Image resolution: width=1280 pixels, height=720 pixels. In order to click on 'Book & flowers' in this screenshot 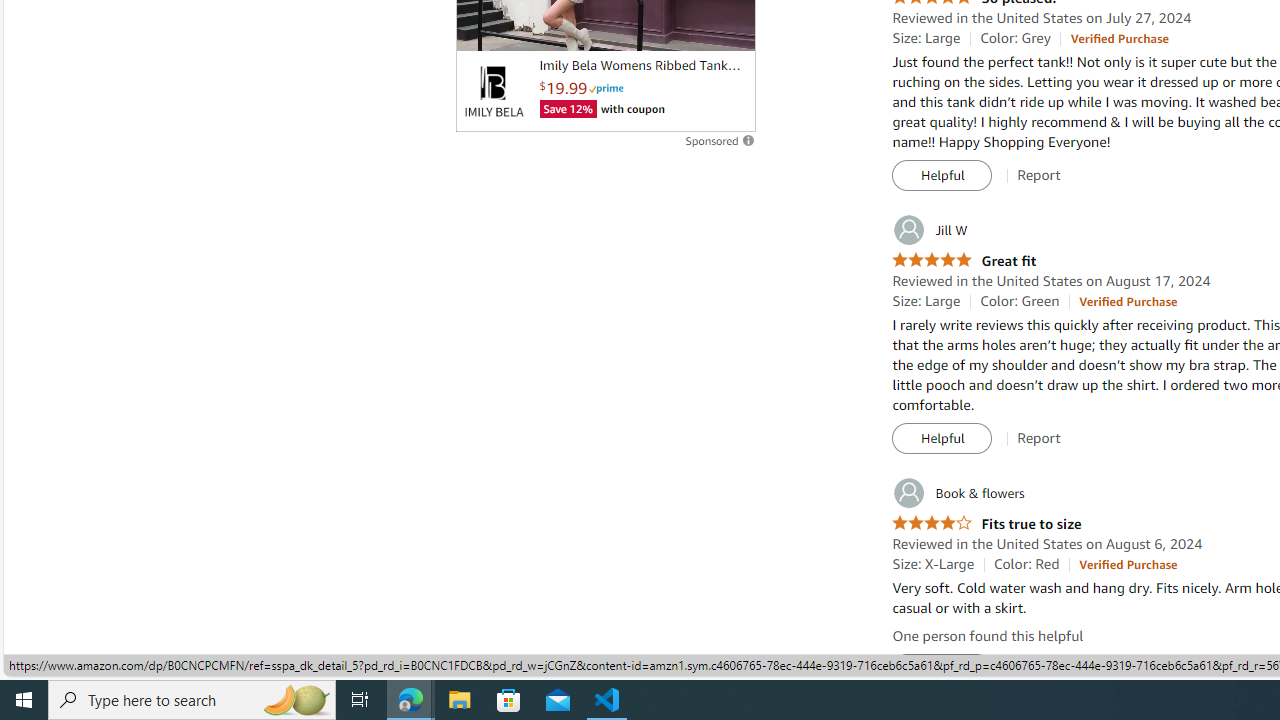, I will do `click(957, 493)`.